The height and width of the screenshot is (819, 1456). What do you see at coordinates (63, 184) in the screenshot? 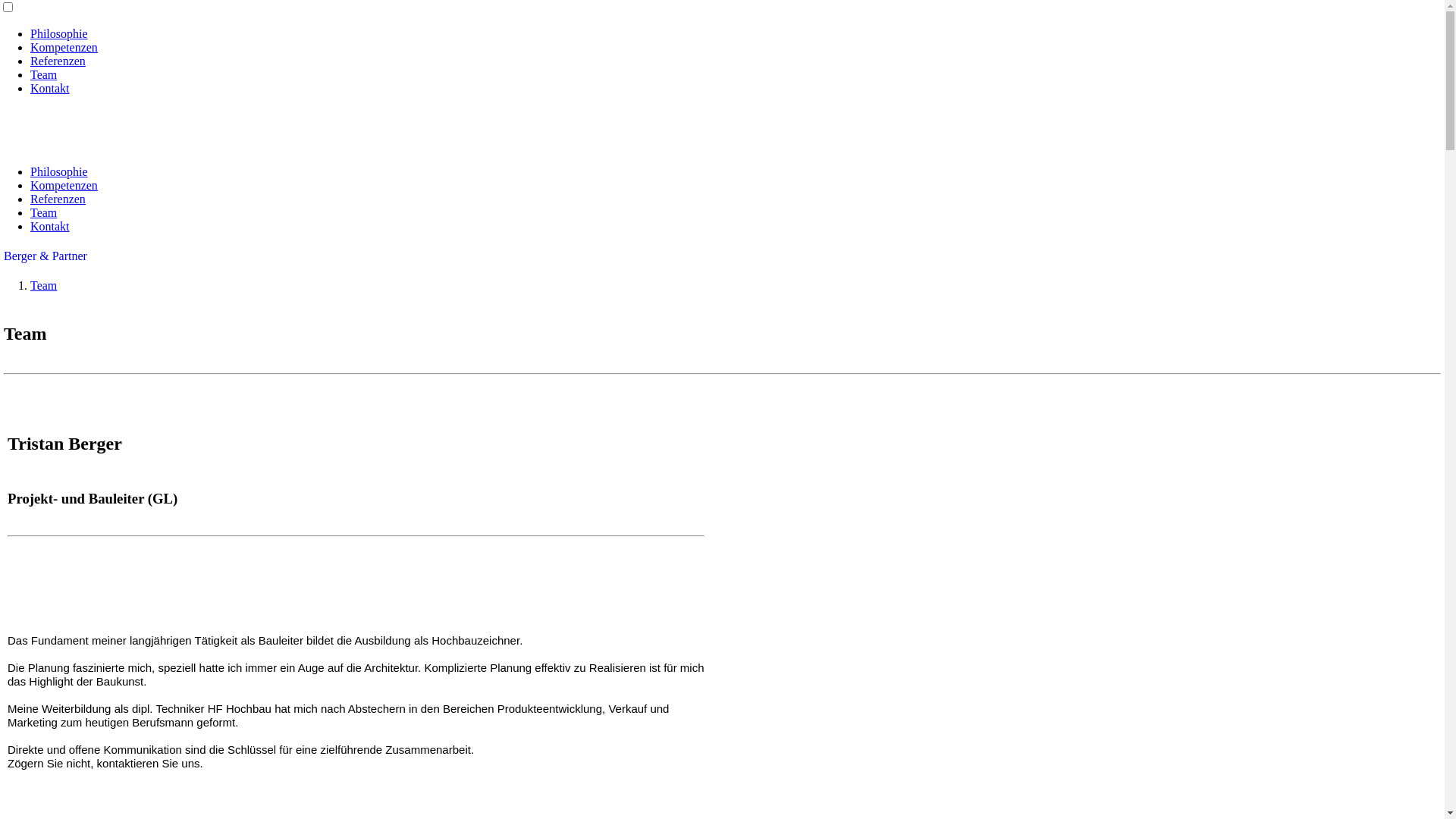
I see `'Kompetenzen'` at bounding box center [63, 184].